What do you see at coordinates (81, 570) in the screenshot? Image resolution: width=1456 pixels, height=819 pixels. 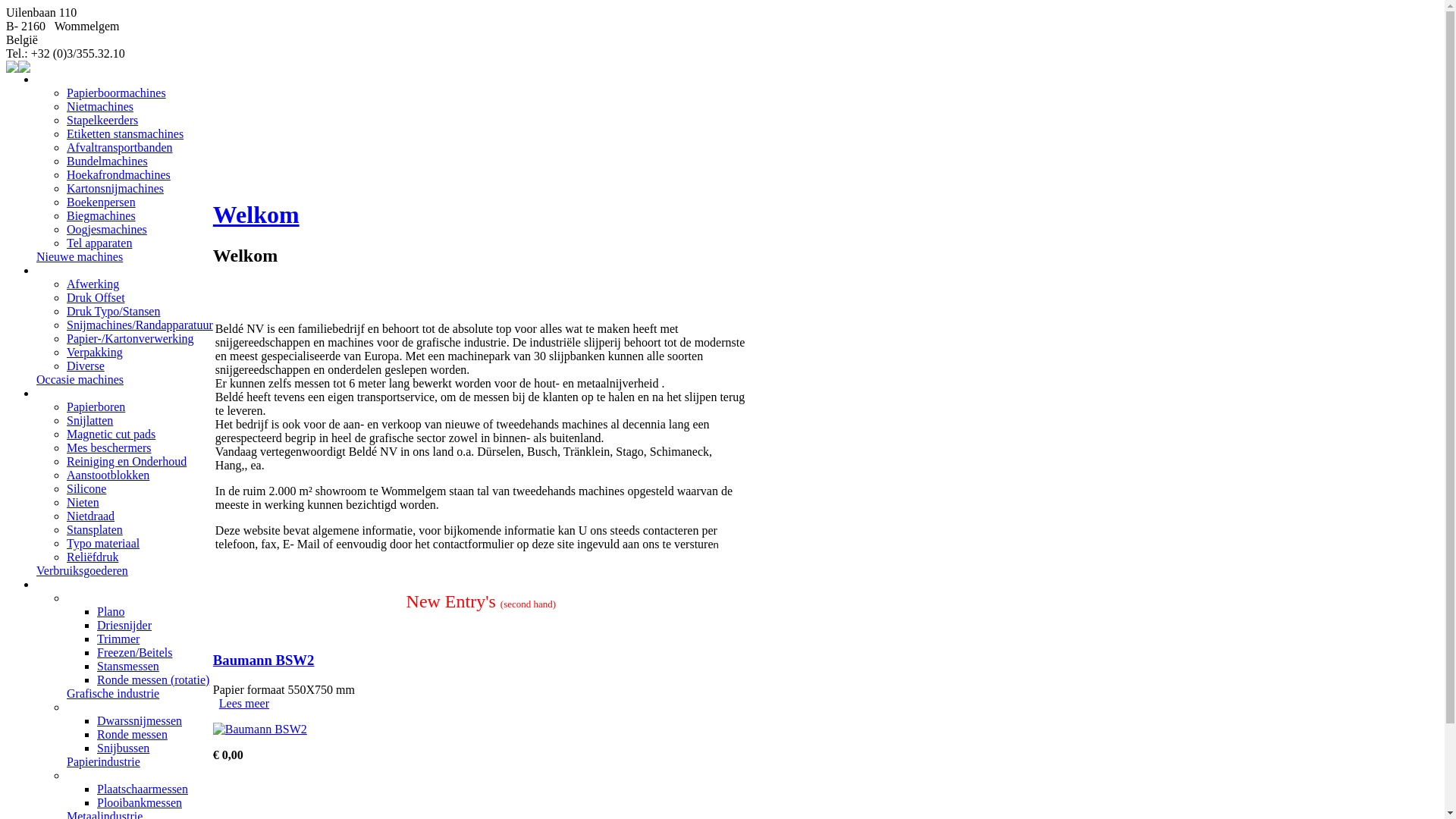 I see `'Verbruiksgoederen'` at bounding box center [81, 570].